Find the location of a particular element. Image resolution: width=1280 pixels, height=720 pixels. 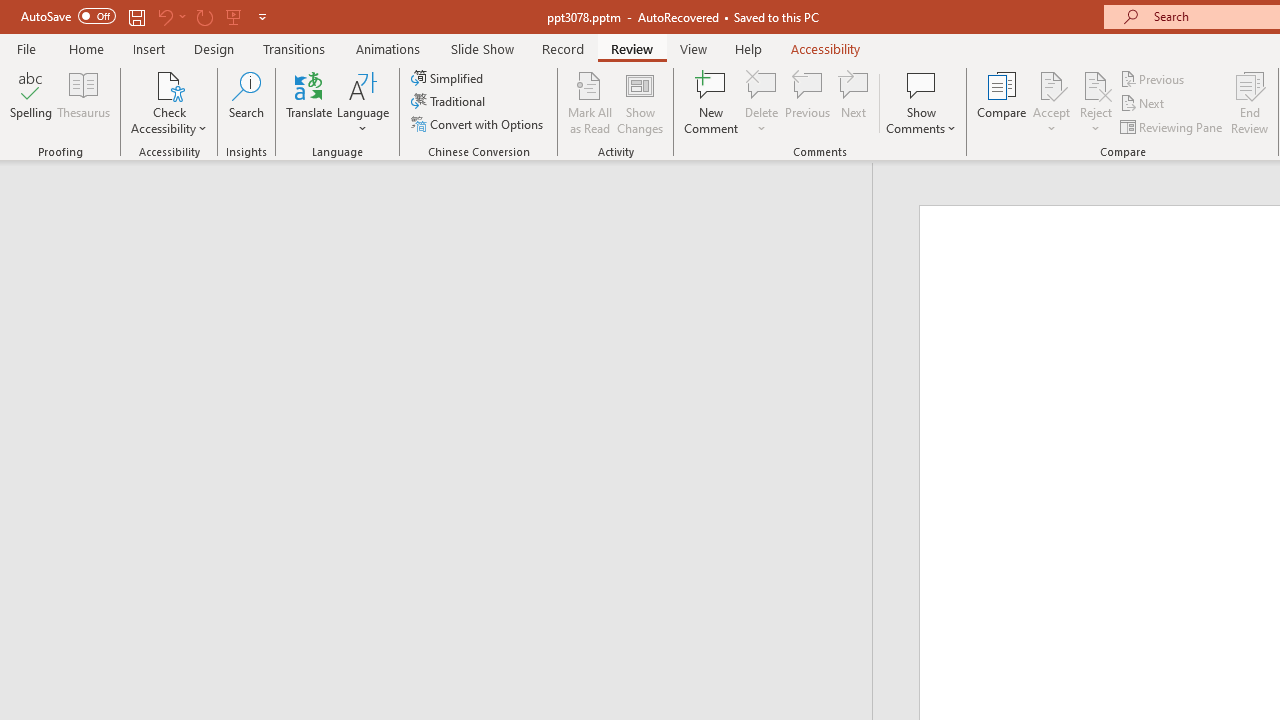

'Check Accessibility' is located at coordinates (169, 84).